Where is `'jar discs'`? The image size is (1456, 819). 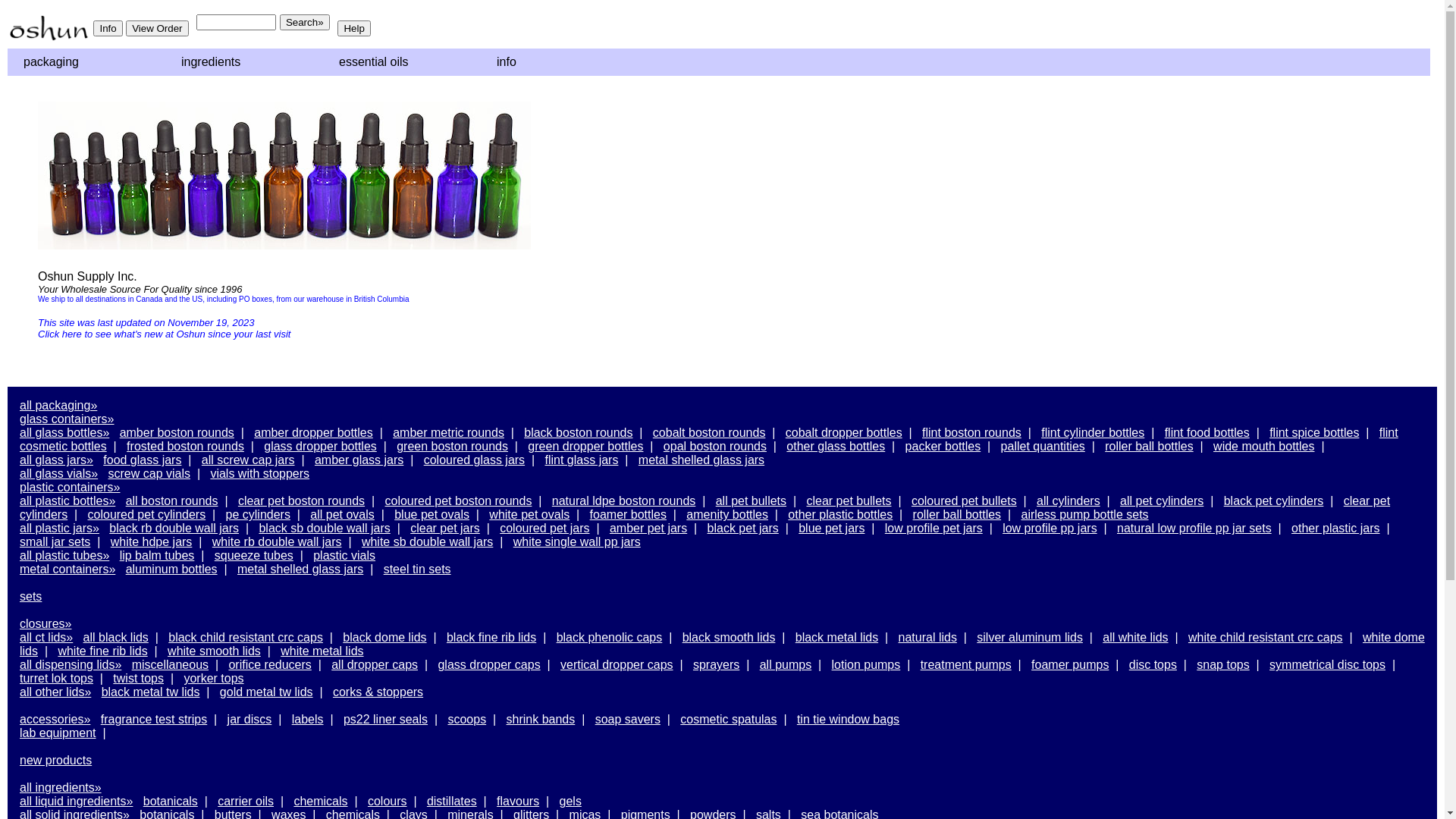 'jar discs' is located at coordinates (249, 718).